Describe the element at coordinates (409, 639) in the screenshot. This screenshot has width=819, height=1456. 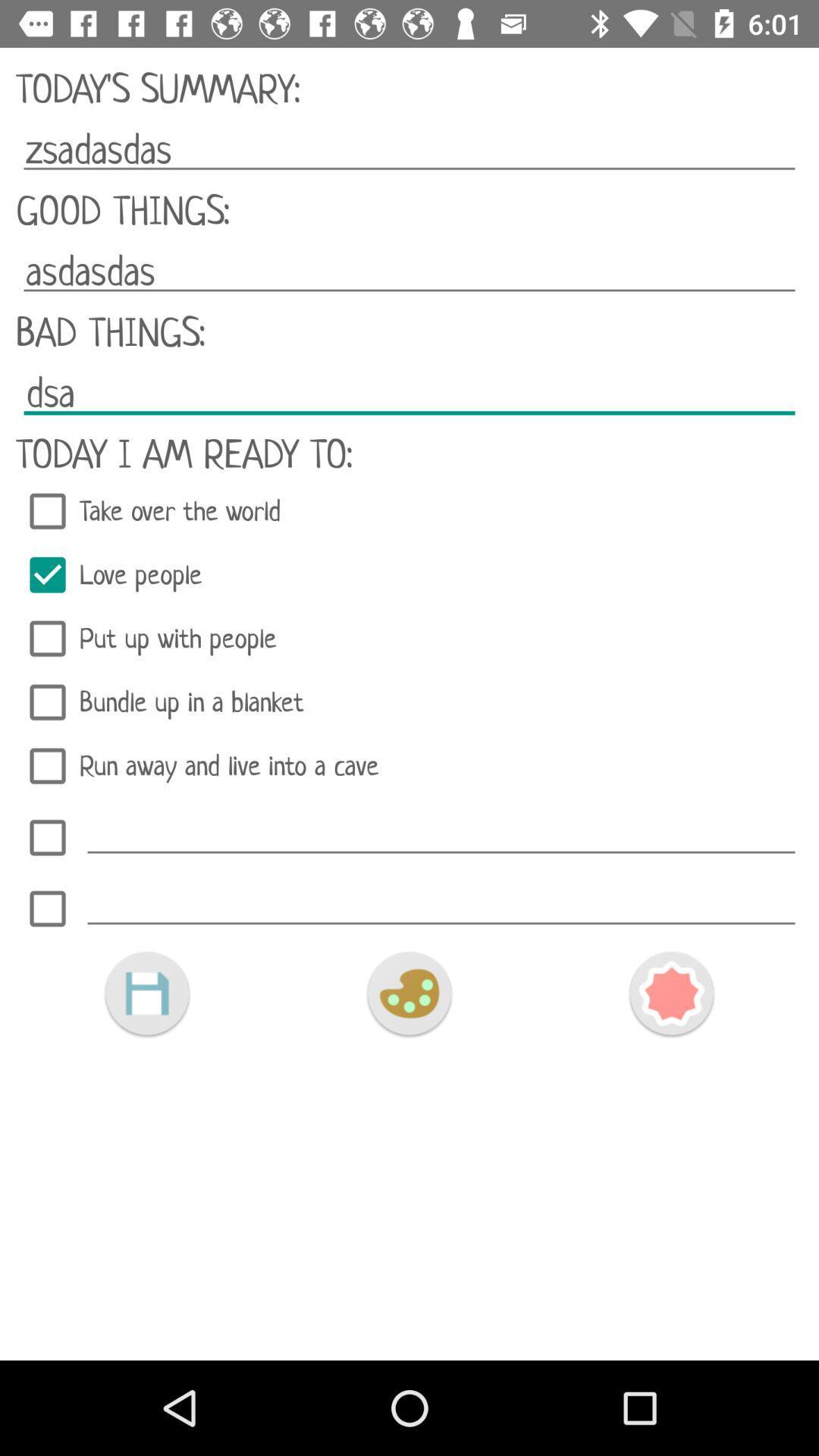
I see `put up with item` at that location.